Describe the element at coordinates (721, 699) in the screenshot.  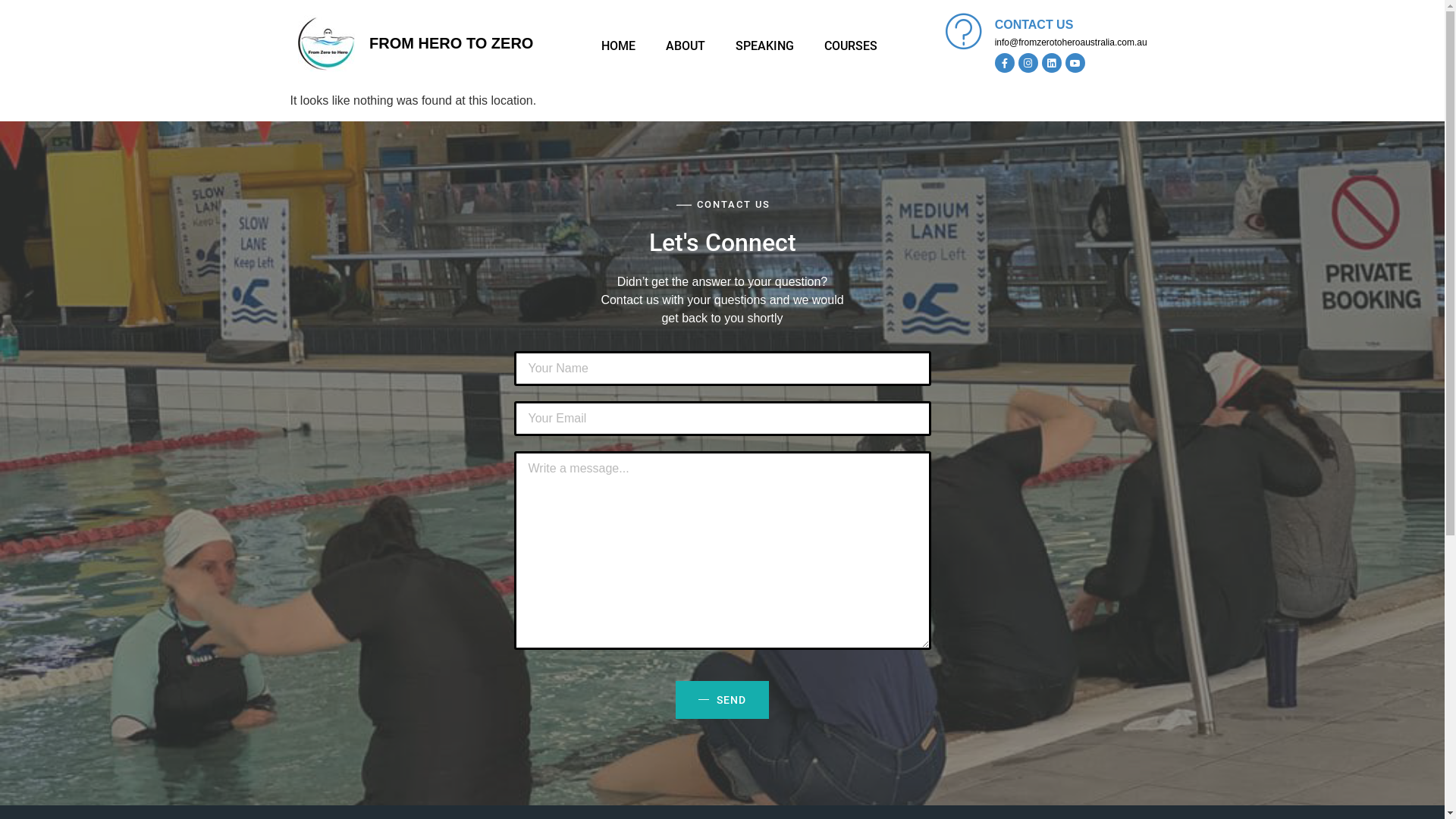
I see `'SEND'` at that location.